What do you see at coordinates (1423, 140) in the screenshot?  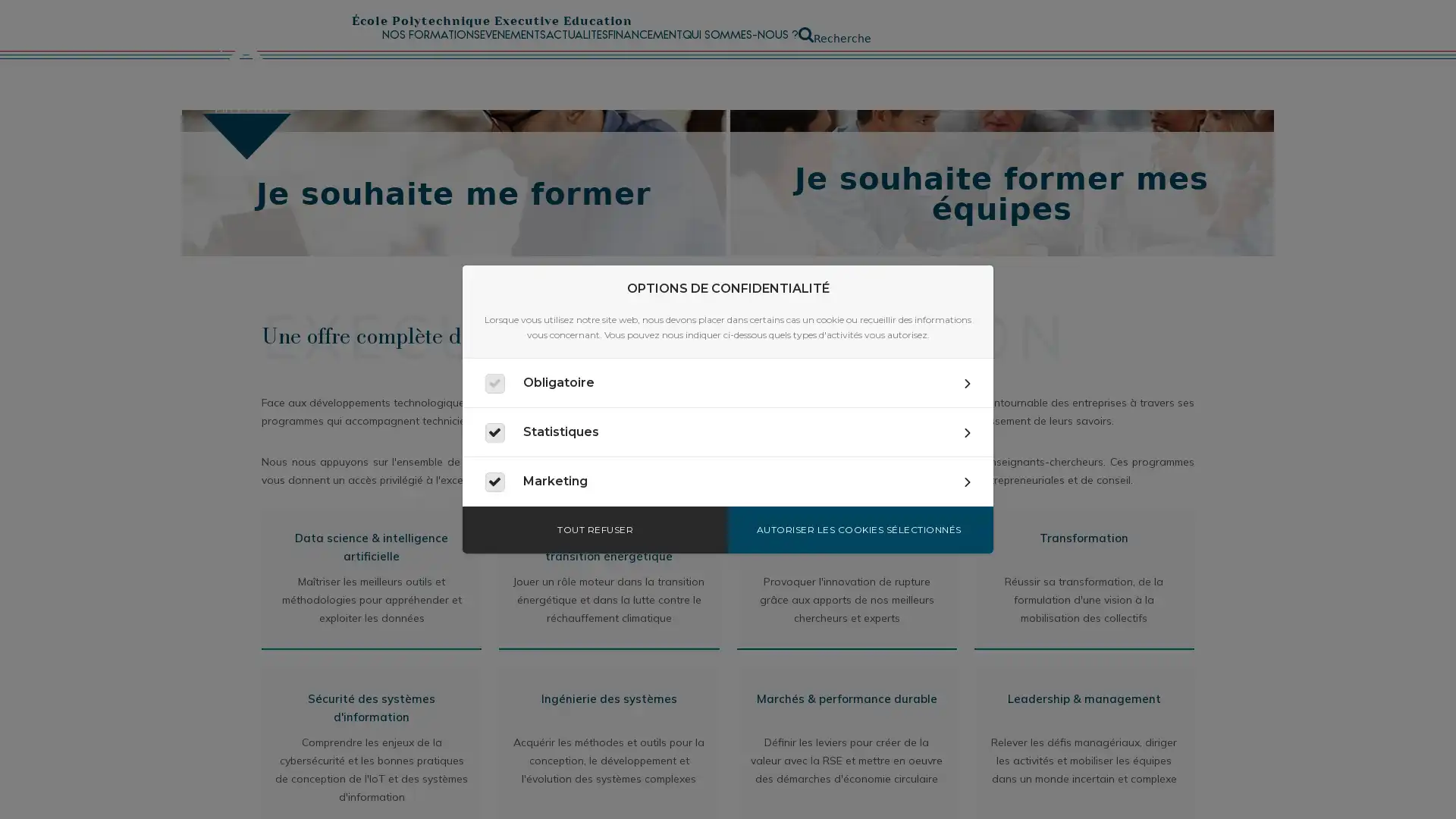 I see `Fermer la recherche` at bounding box center [1423, 140].